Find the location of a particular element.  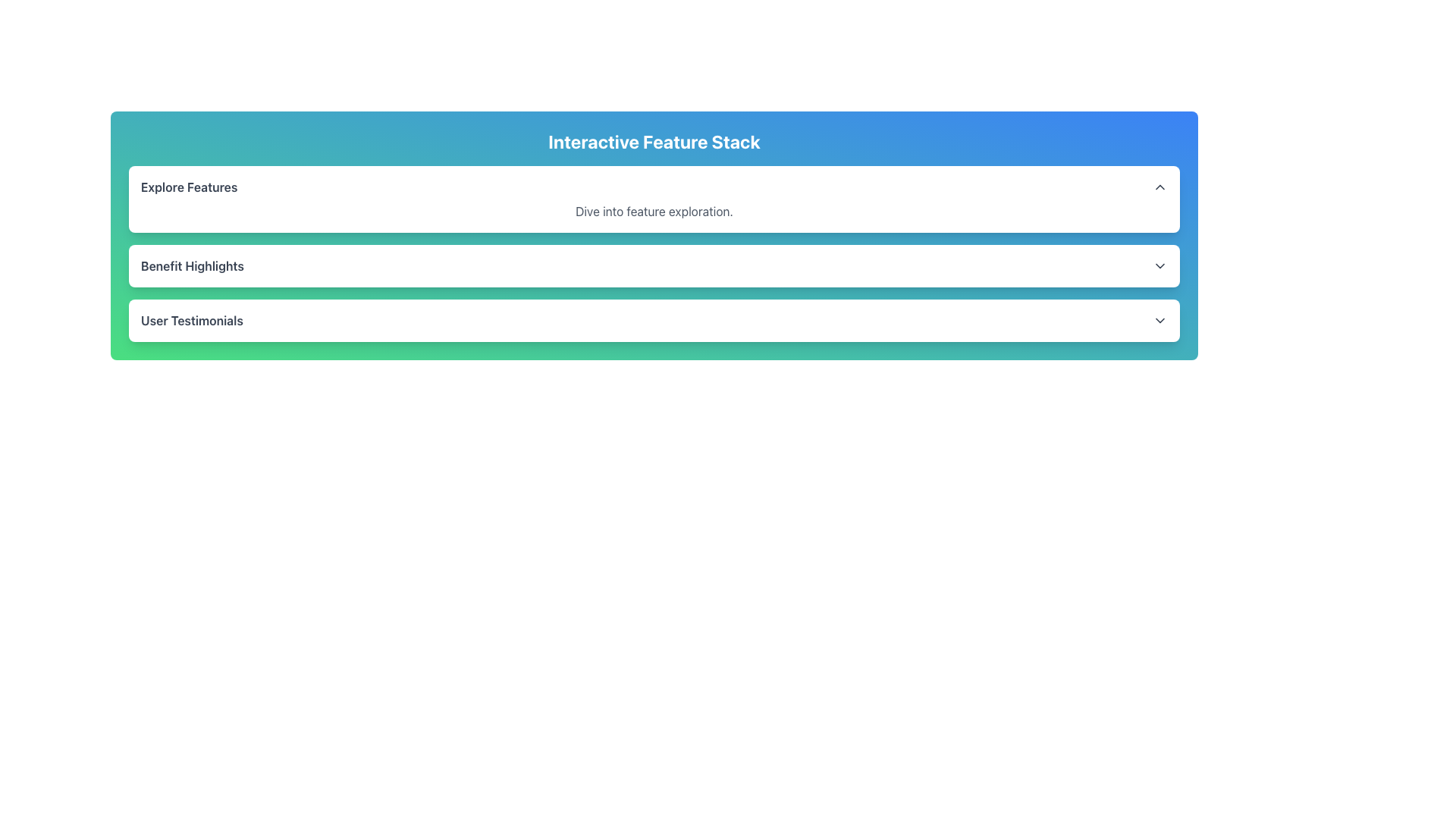

the icon in the 'Explore Features' section is located at coordinates (1159, 186).